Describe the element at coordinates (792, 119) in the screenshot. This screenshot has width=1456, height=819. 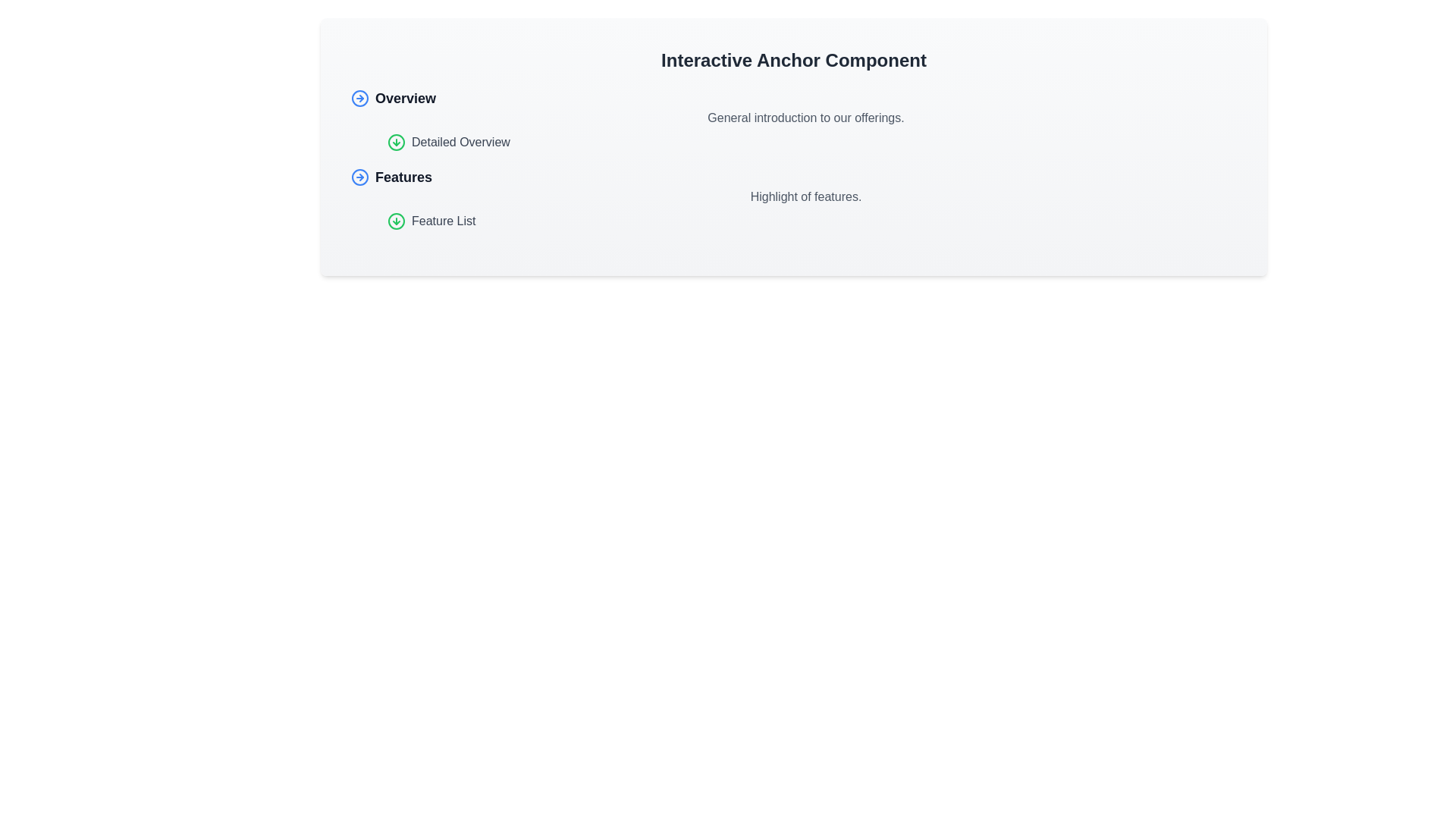
I see `introductory text under the 'Overview' section header, which provides a general introduction to our offerings` at that location.